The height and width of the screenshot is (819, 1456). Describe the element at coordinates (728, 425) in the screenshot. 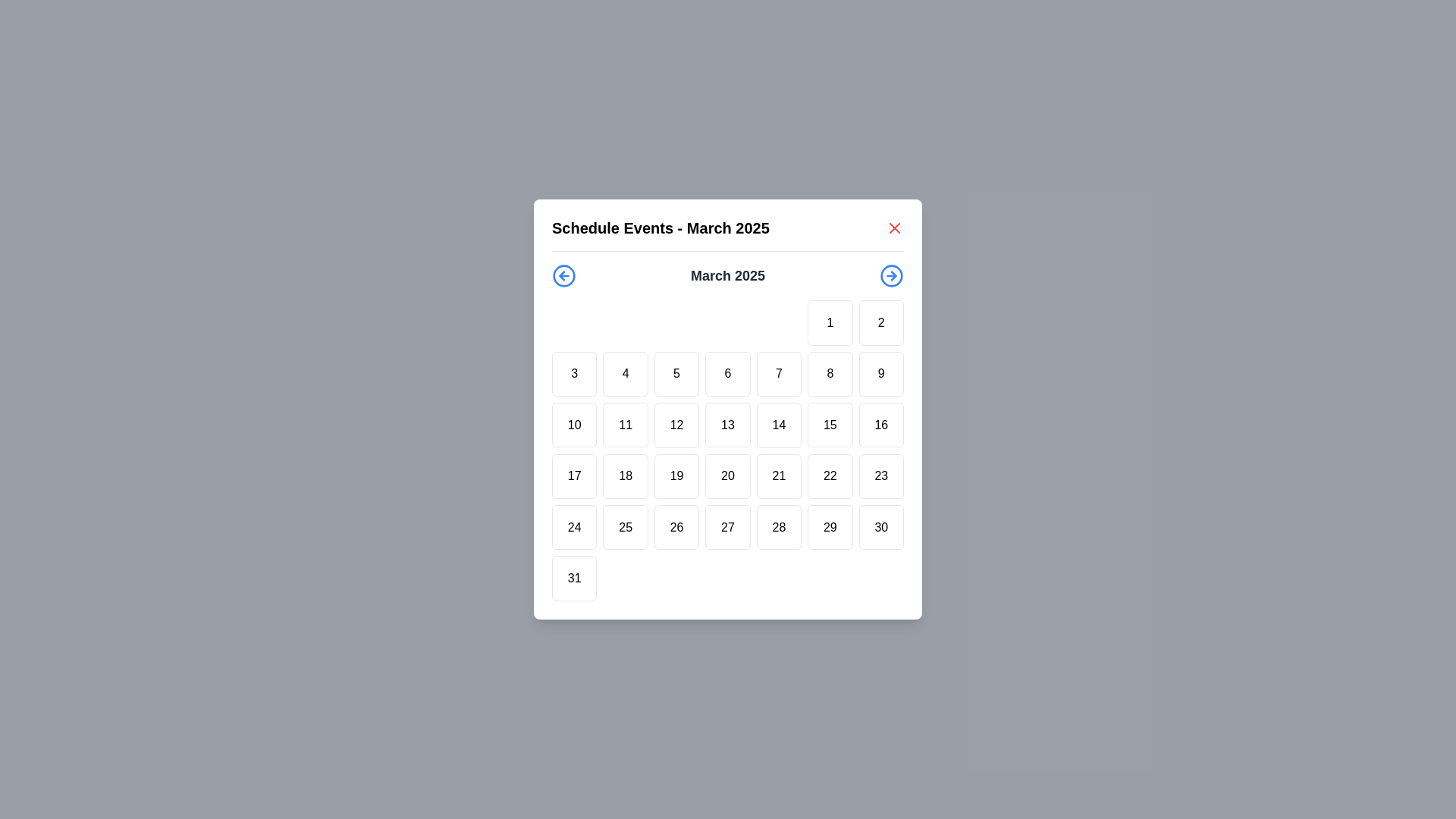

I see `the interactive calendar day button displaying the number '13' to trigger the hover effect` at that location.